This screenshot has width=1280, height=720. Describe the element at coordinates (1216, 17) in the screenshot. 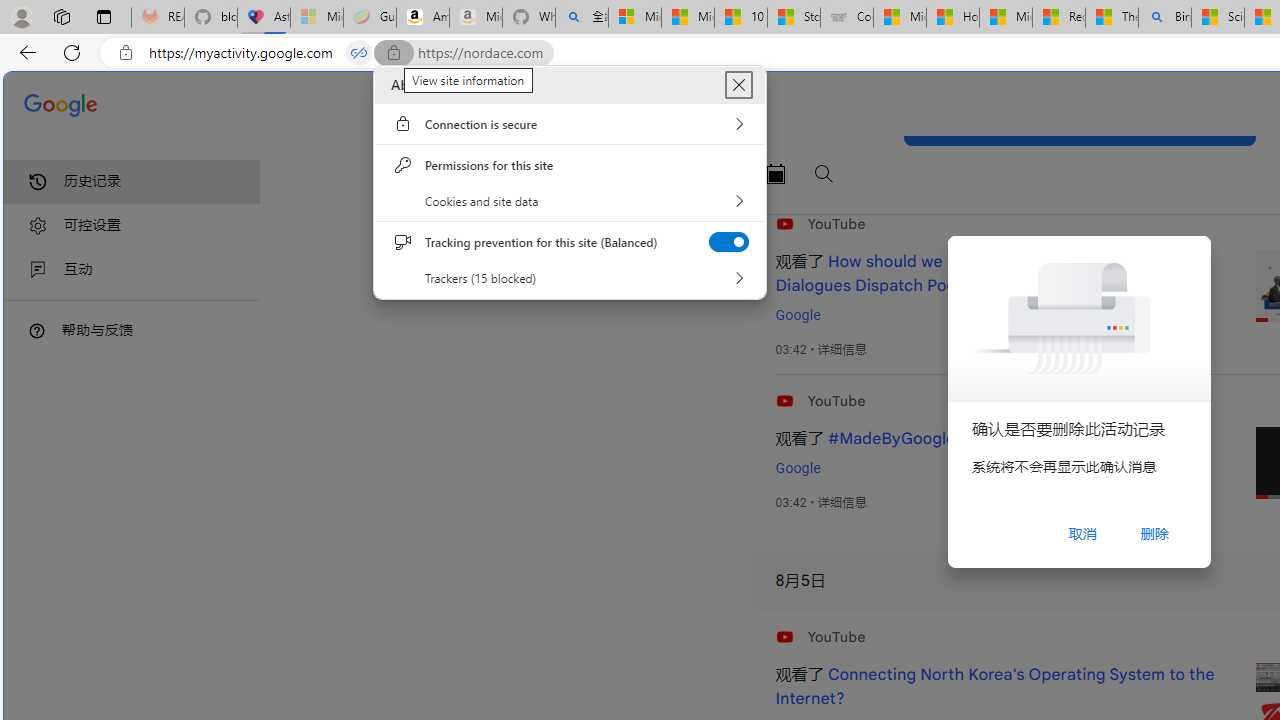

I see `'Science - MSN'` at that location.